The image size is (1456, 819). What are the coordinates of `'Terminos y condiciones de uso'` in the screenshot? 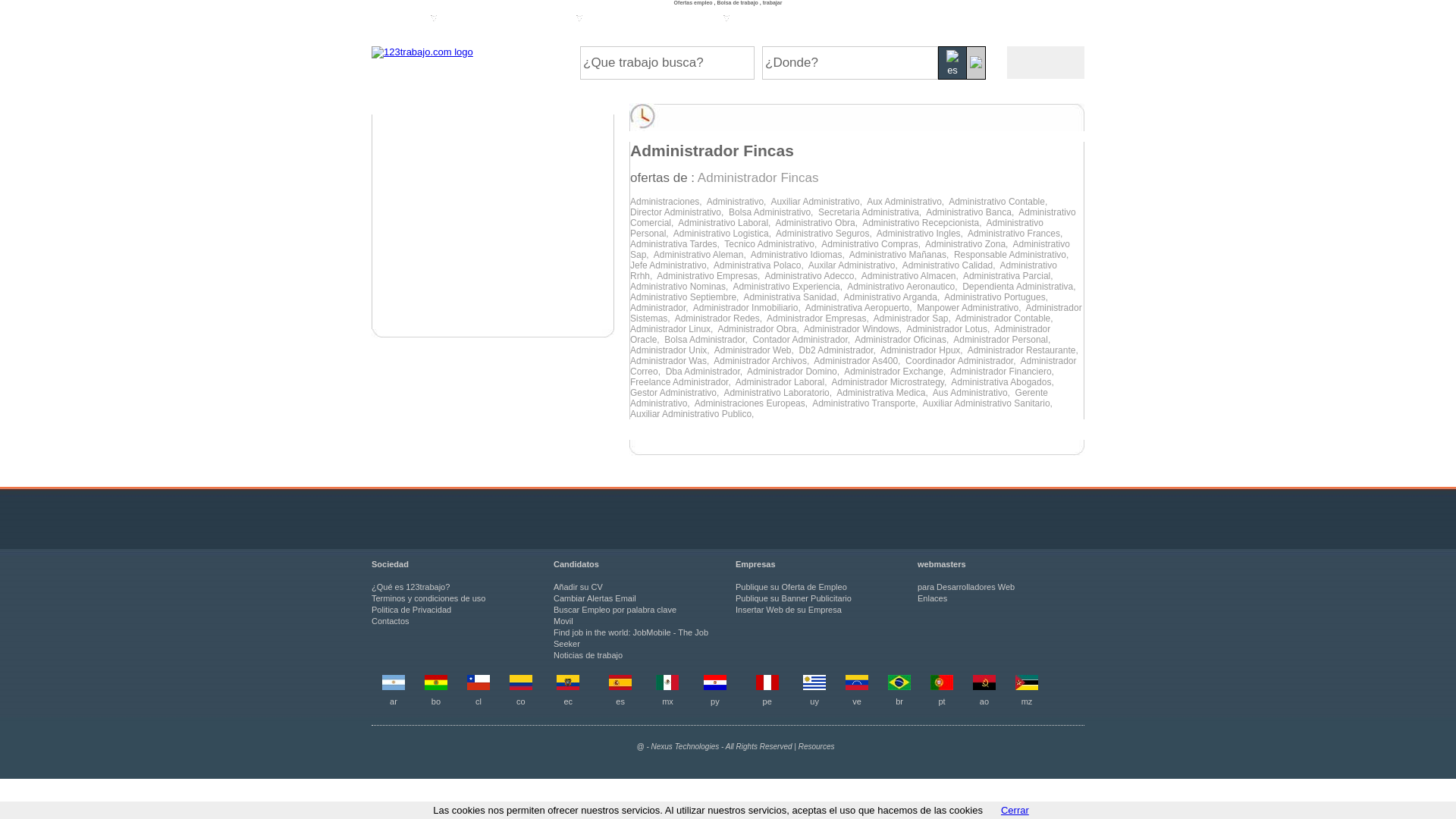 It's located at (428, 598).